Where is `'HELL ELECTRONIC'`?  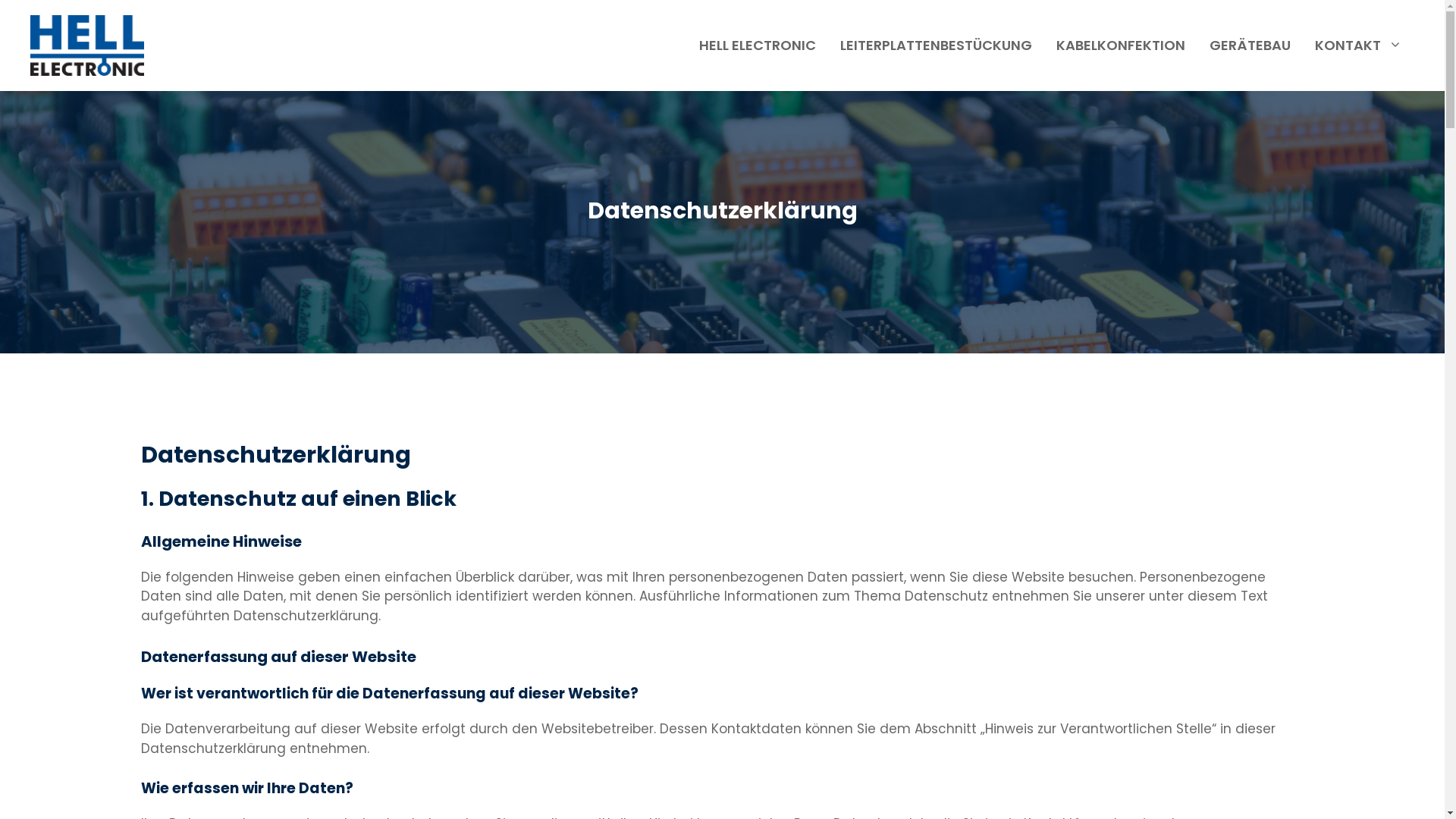 'HELL ELECTRONIC' is located at coordinates (757, 45).